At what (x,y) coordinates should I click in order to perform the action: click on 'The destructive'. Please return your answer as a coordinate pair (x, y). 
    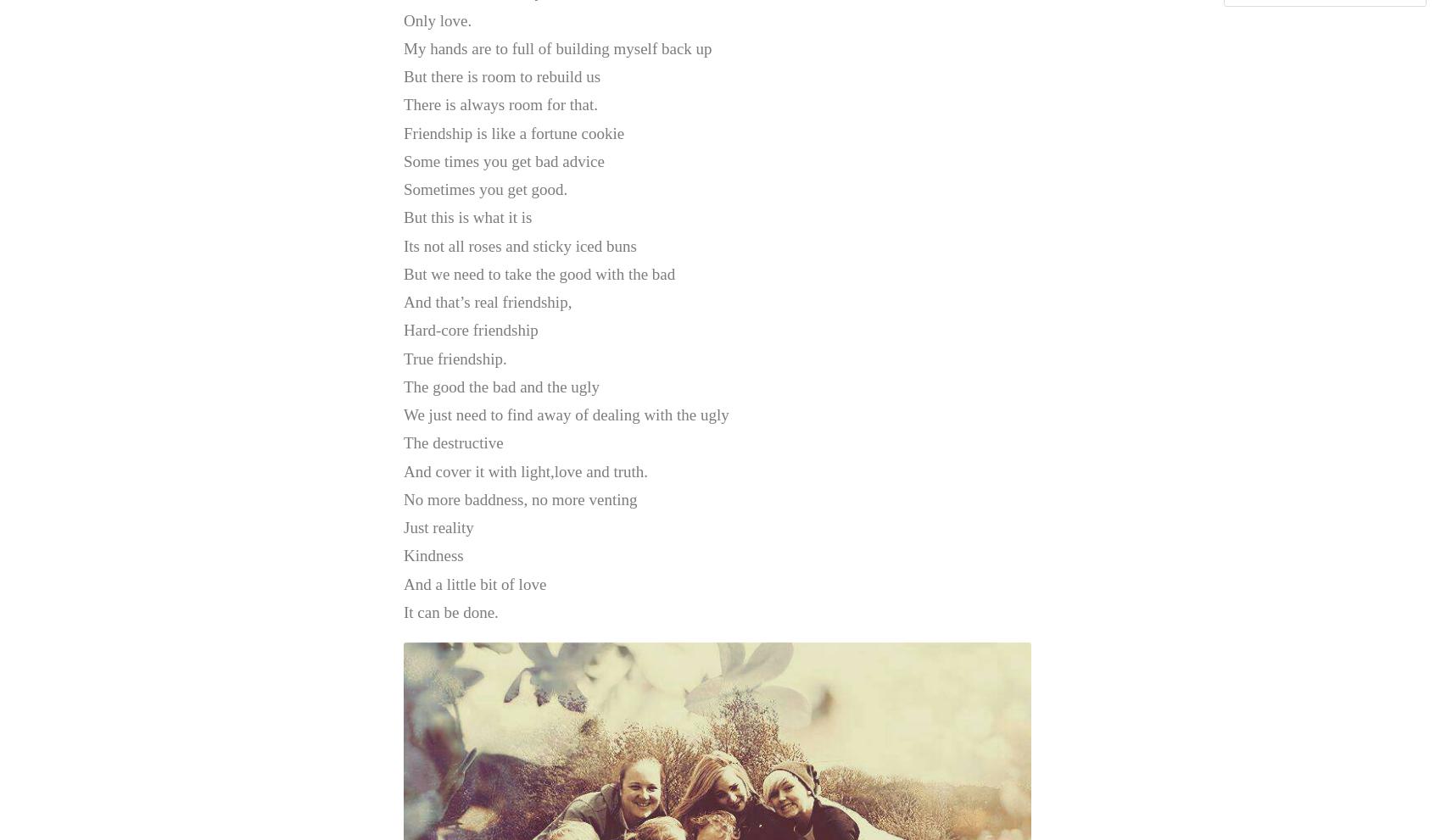
    Looking at the image, I should click on (453, 442).